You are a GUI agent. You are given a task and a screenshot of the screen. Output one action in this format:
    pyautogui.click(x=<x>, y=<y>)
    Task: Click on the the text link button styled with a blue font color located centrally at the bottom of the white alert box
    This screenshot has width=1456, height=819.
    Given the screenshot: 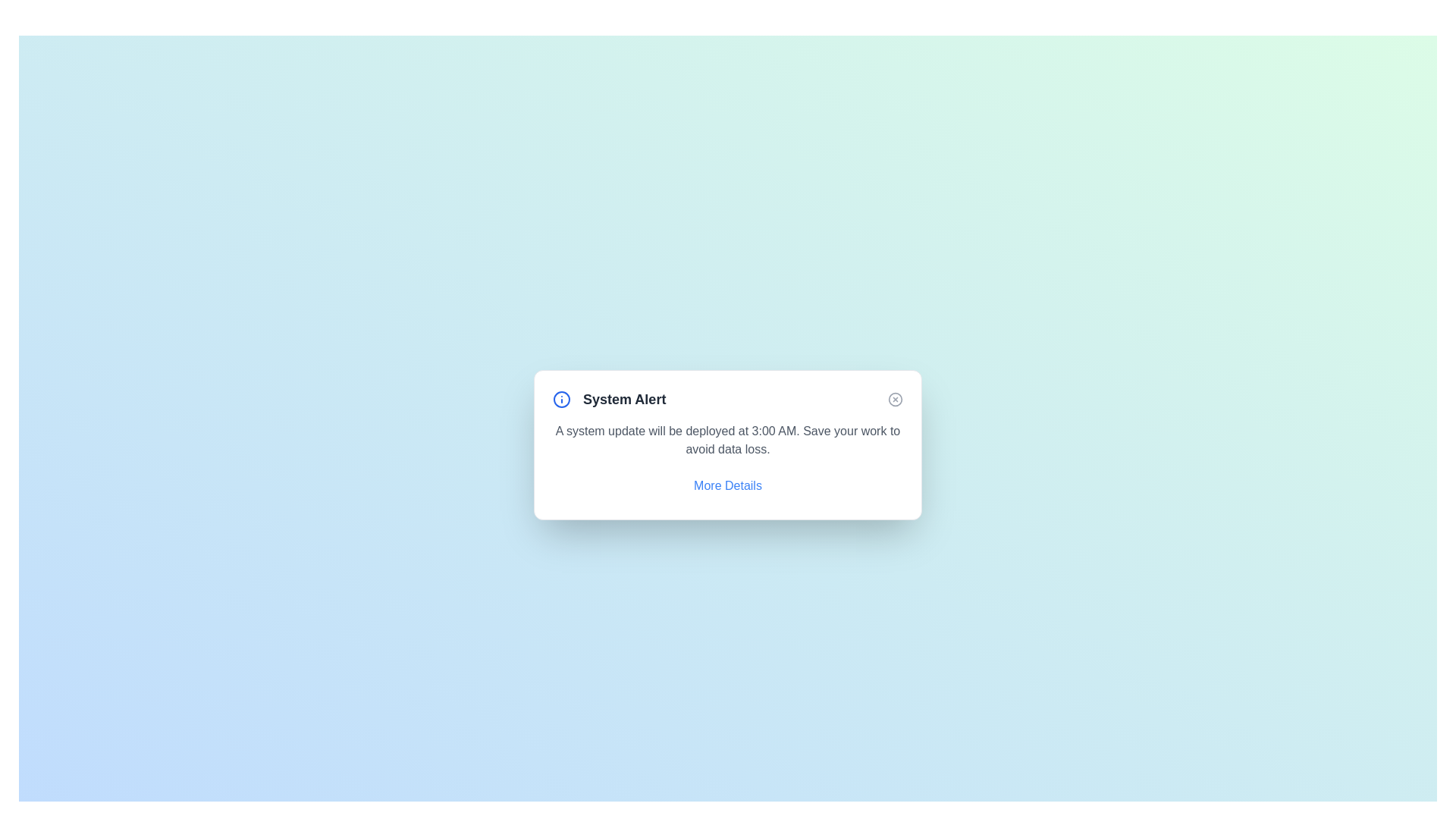 What is the action you would take?
    pyautogui.click(x=728, y=485)
    